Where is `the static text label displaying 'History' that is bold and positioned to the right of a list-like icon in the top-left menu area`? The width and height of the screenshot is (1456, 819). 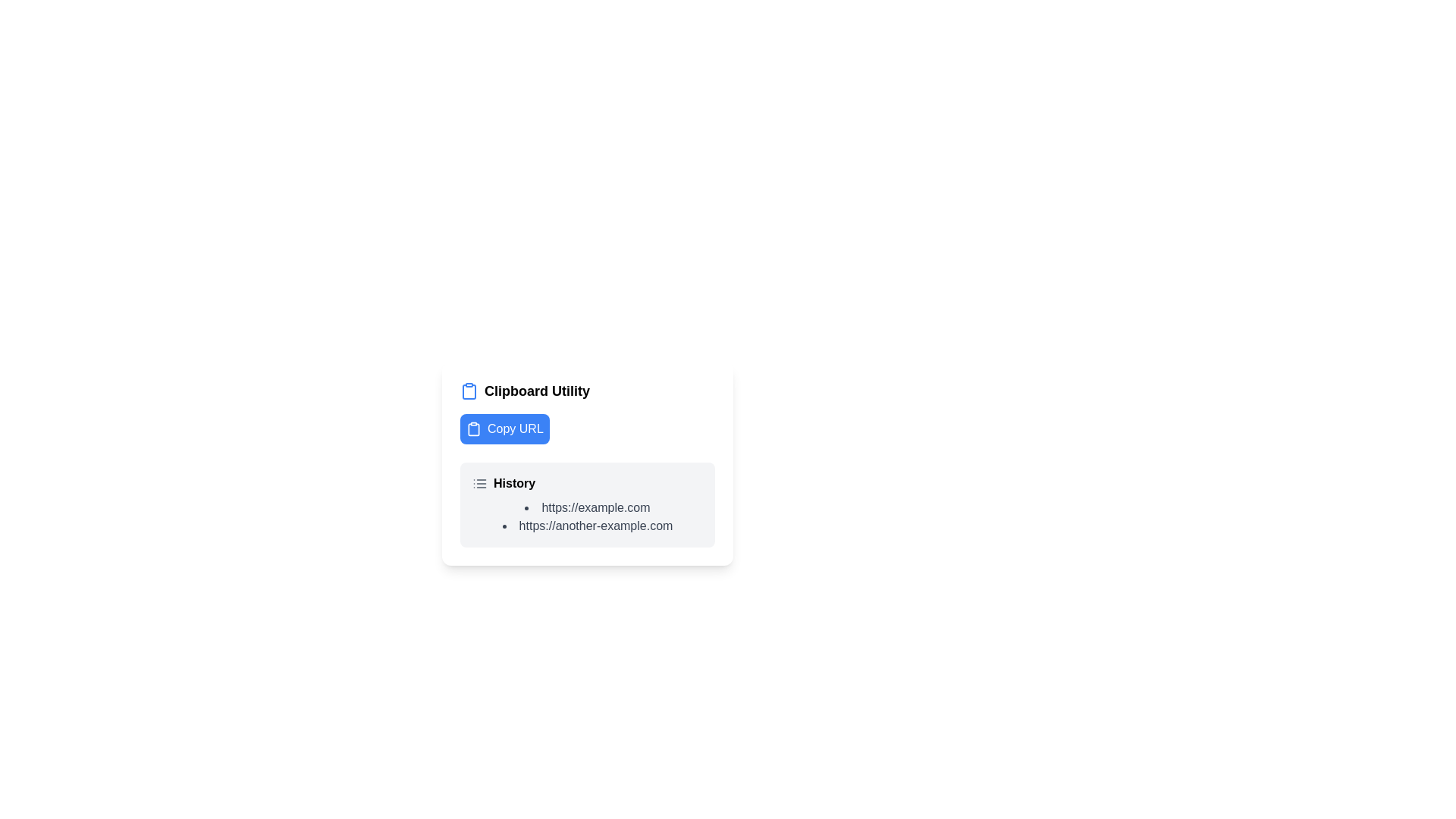
the static text label displaying 'History' that is bold and positioned to the right of a list-like icon in the top-left menu area is located at coordinates (514, 483).